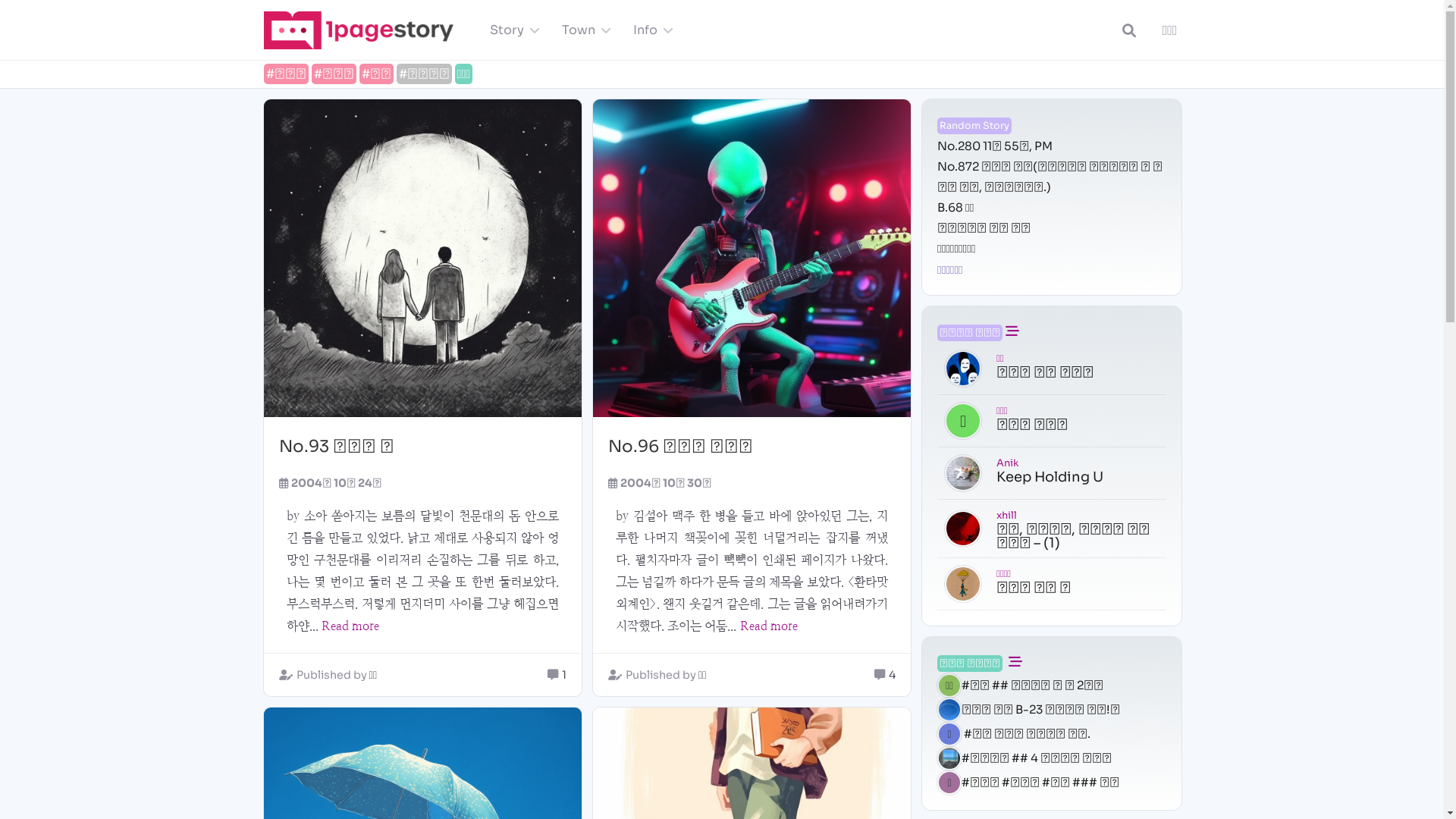 This screenshot has height=819, width=1456. Describe the element at coordinates (582, 30) in the screenshot. I see `'Town'` at that location.